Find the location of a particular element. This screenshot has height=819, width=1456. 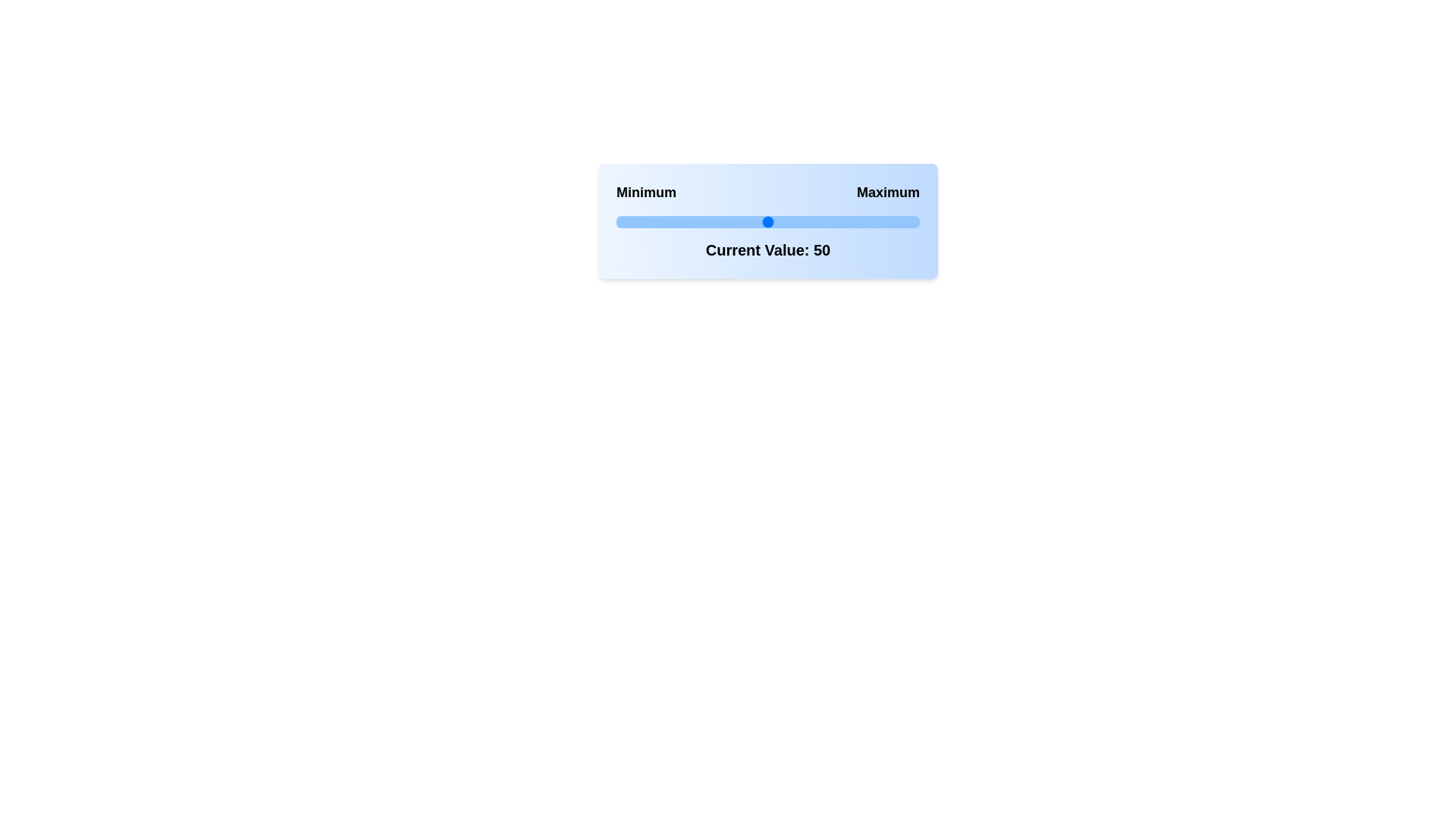

the slider at its current position is located at coordinates (767, 222).